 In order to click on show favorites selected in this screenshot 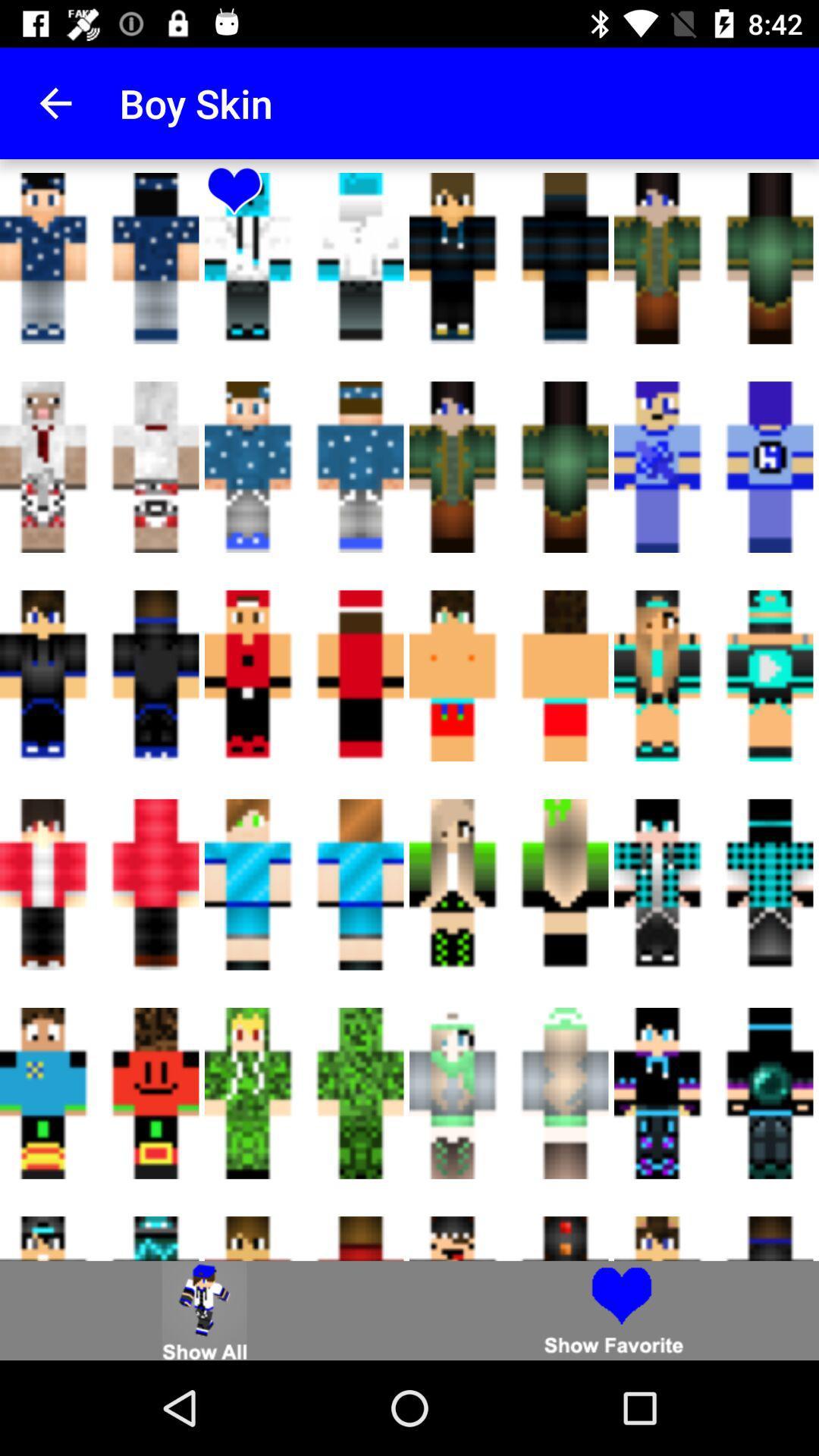, I will do `click(614, 1310)`.